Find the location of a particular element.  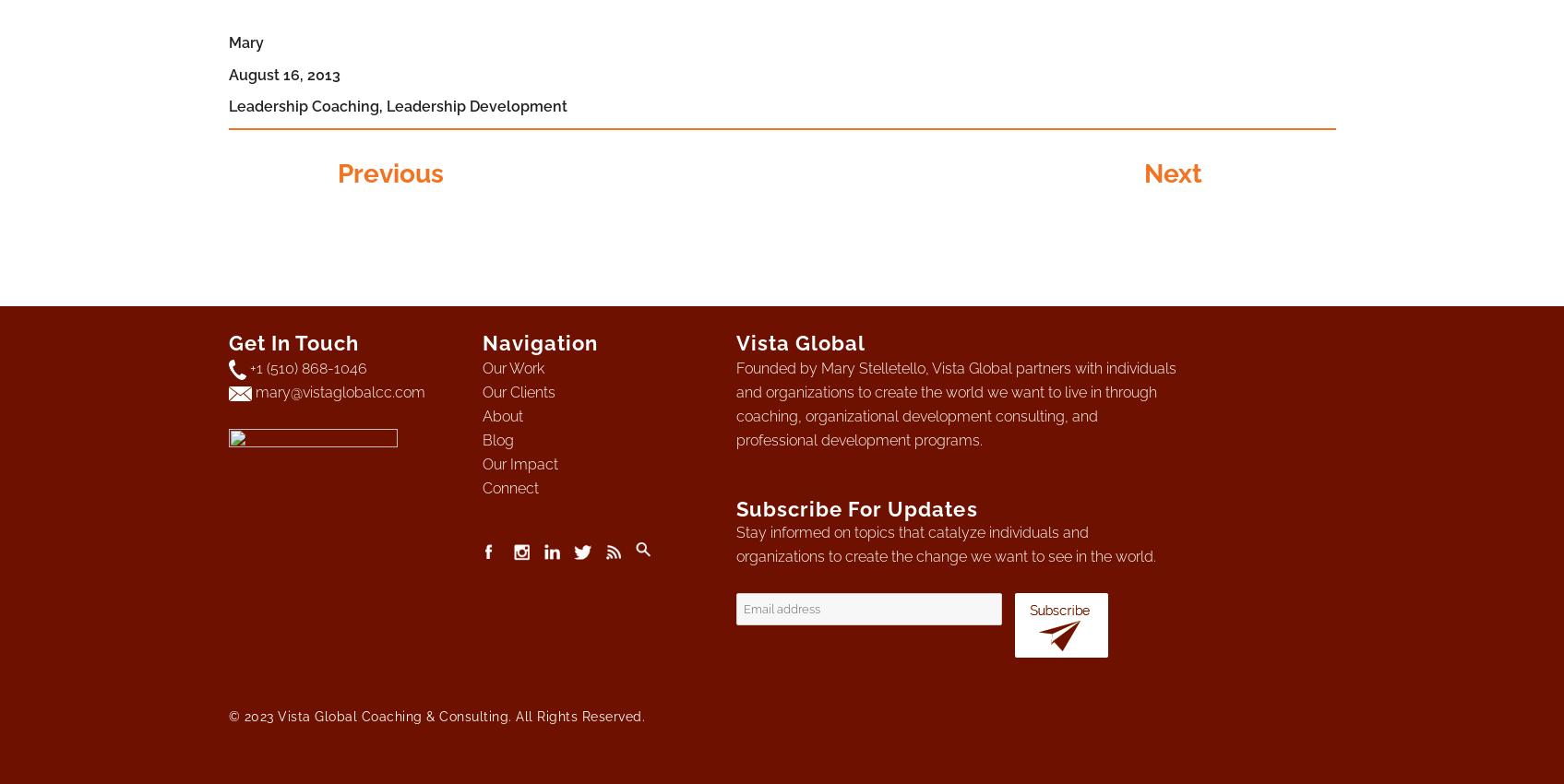

'Our Impact' is located at coordinates (519, 463).